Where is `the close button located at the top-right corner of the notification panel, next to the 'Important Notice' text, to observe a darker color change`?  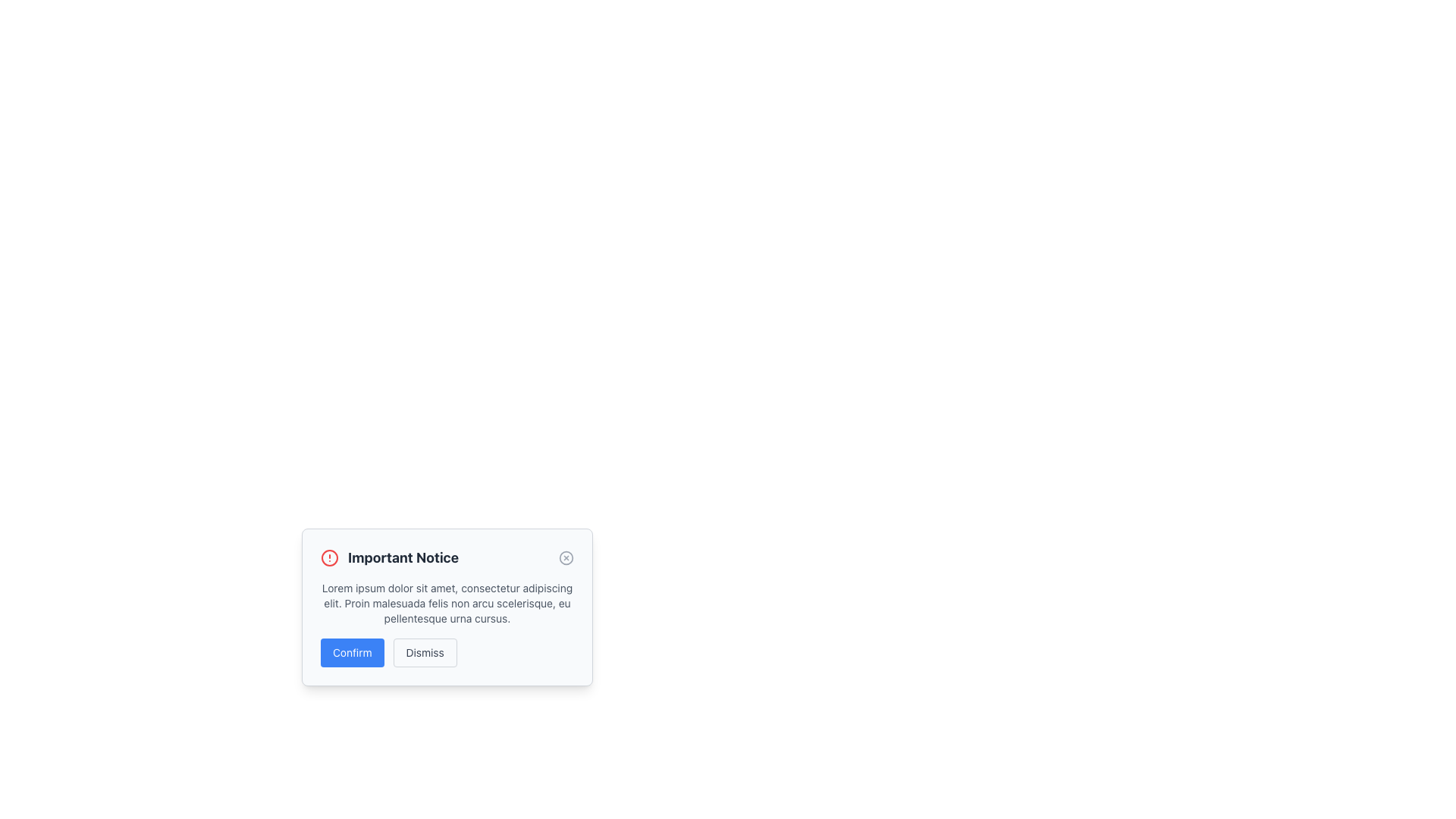
the close button located at the top-right corner of the notification panel, next to the 'Important Notice' text, to observe a darker color change is located at coordinates (566, 558).